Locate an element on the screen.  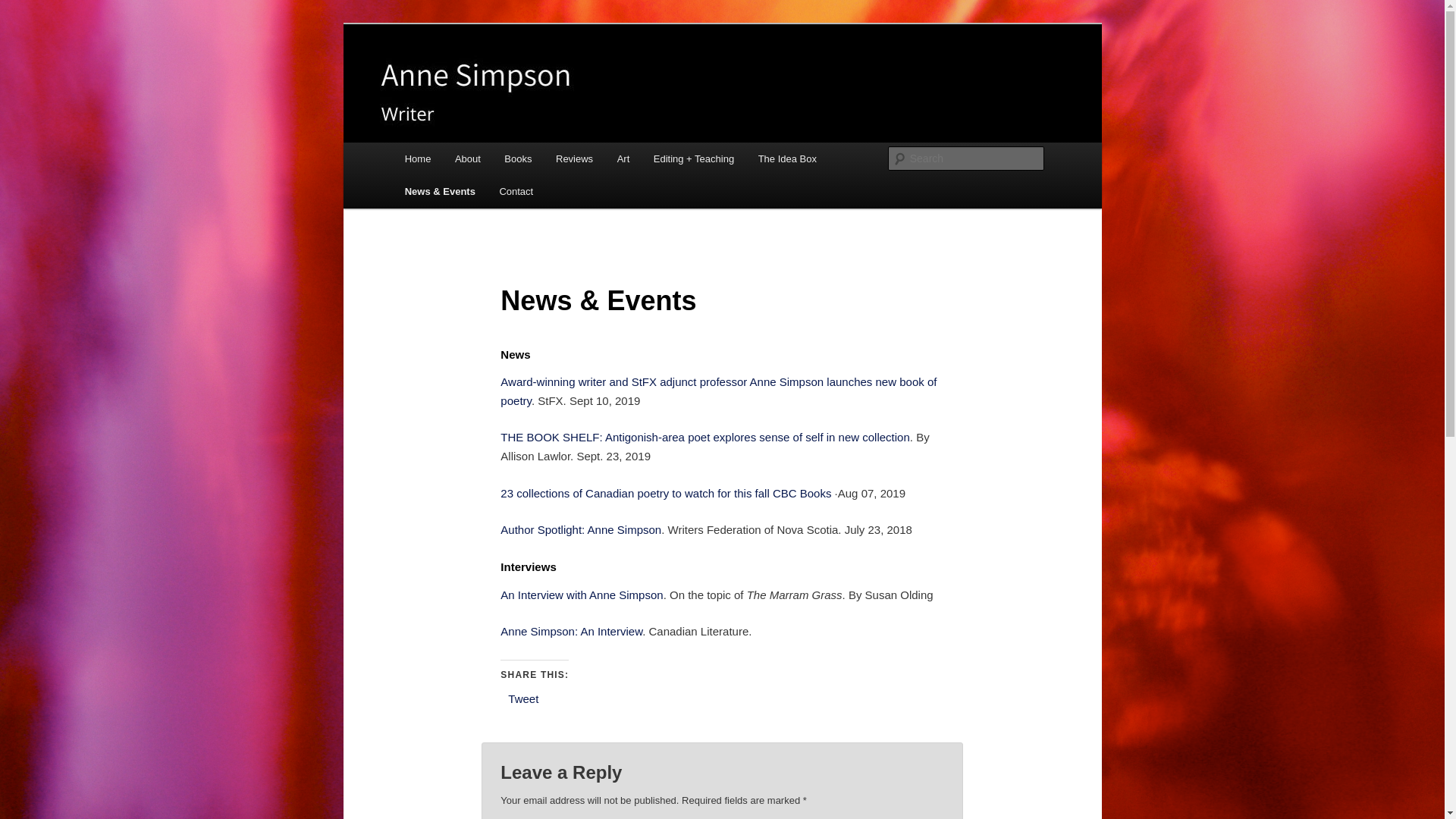
'About' is located at coordinates (442, 158).